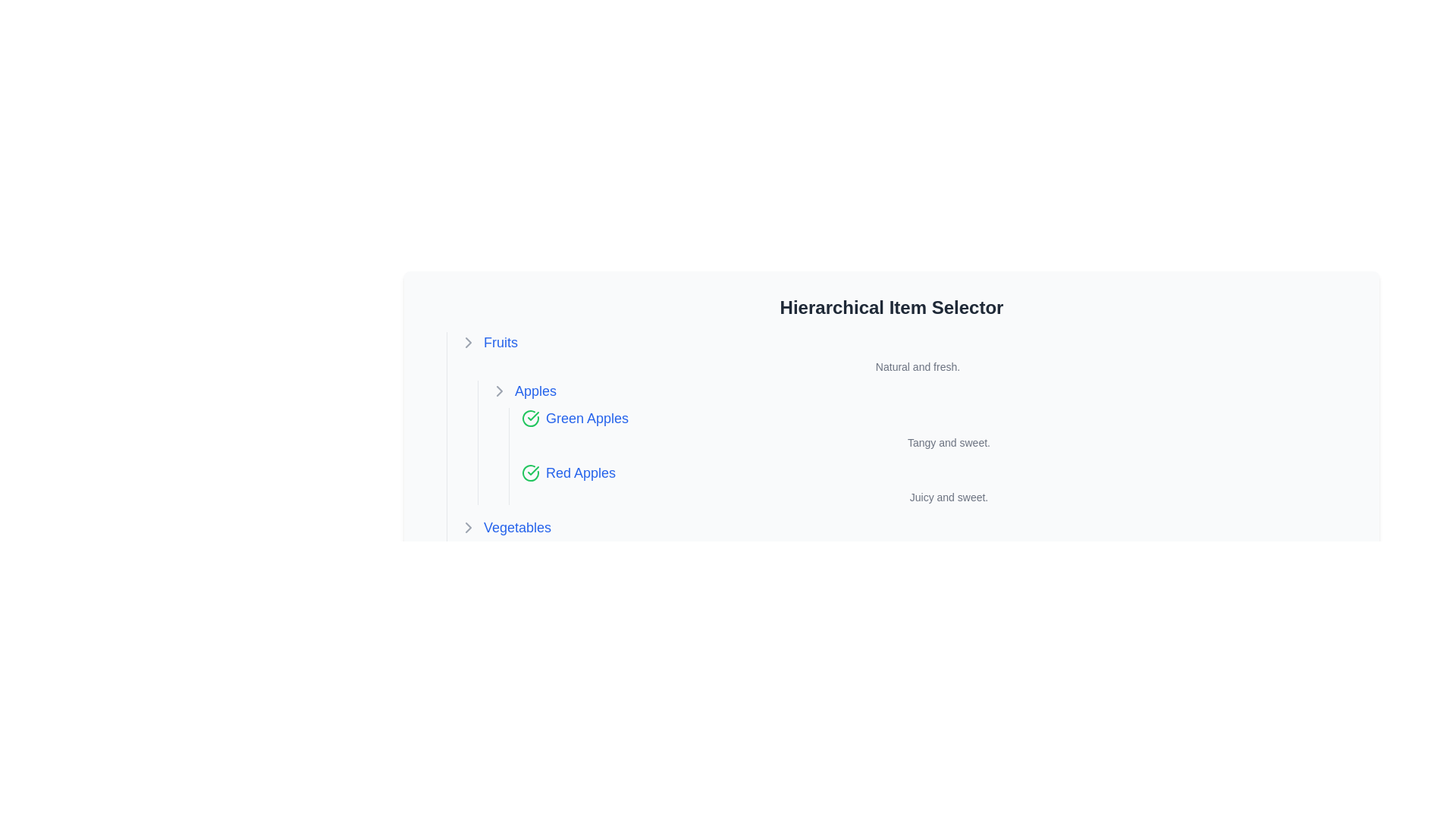 The image size is (1456, 819). I want to click on the toggle icon located to the left of the 'Vegetables' text, so click(468, 526).